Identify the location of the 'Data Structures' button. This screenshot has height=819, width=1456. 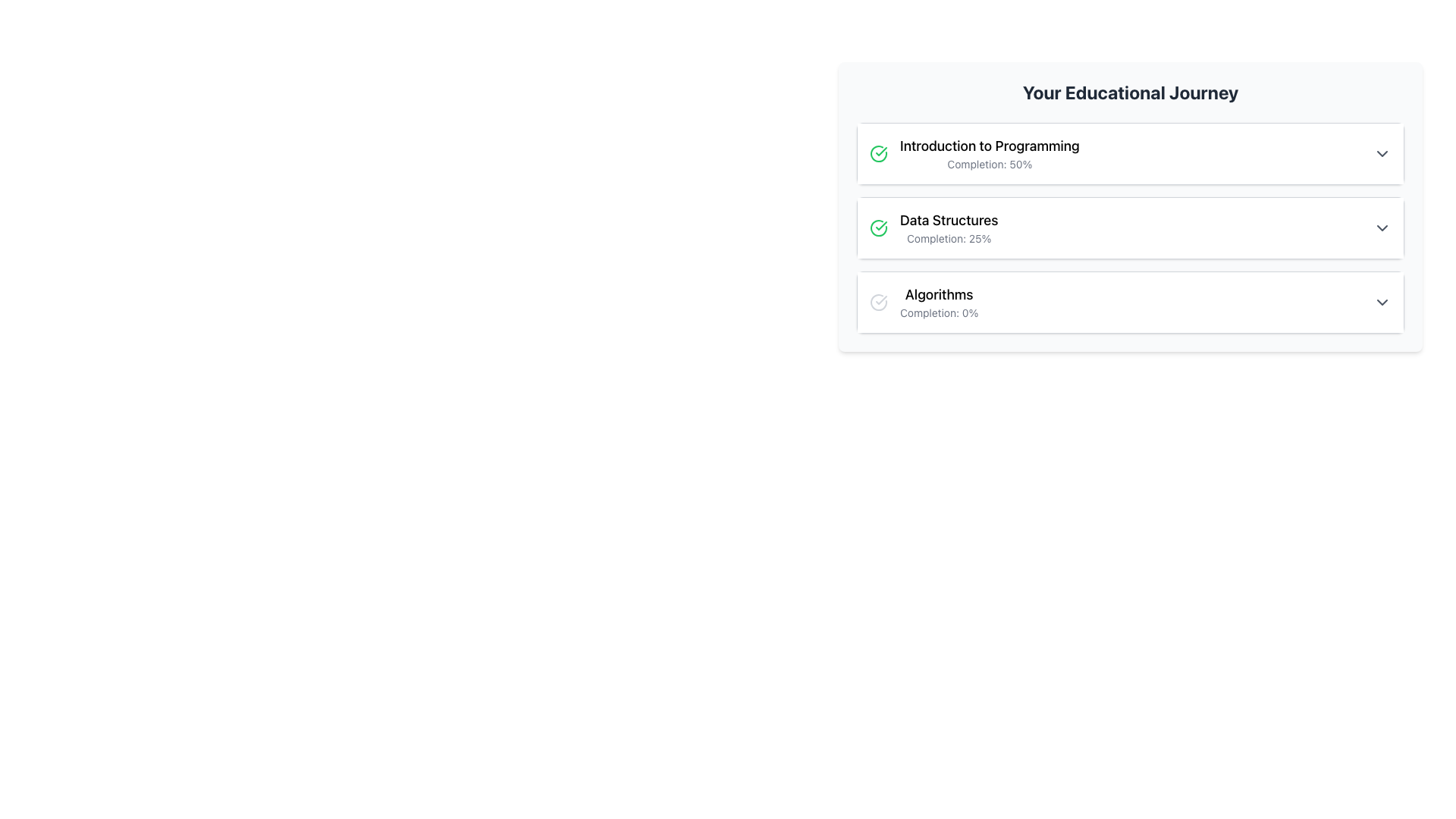
(1131, 227).